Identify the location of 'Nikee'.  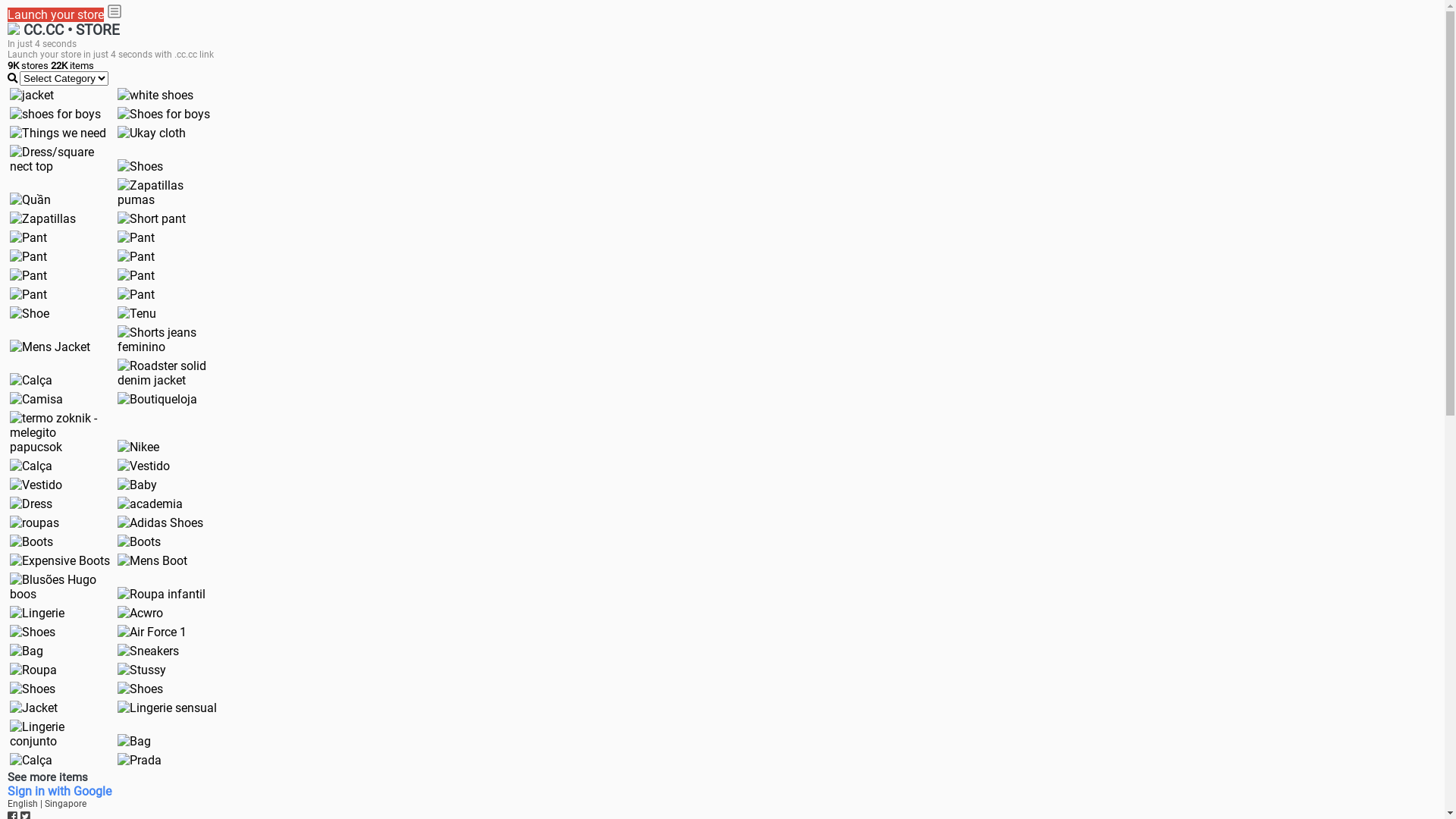
(138, 446).